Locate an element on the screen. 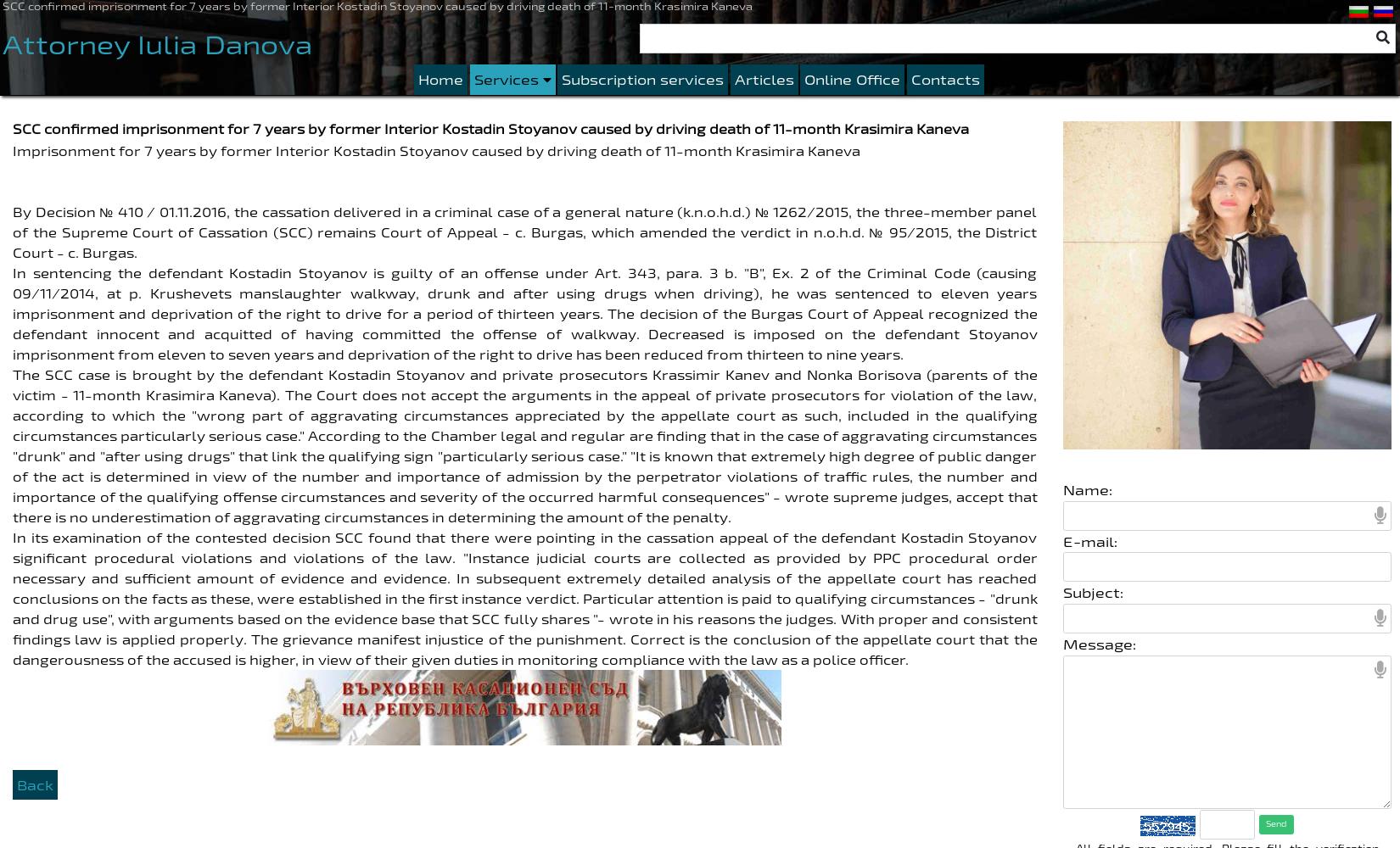 The width and height of the screenshot is (1400, 848). 'Home' is located at coordinates (440, 78).